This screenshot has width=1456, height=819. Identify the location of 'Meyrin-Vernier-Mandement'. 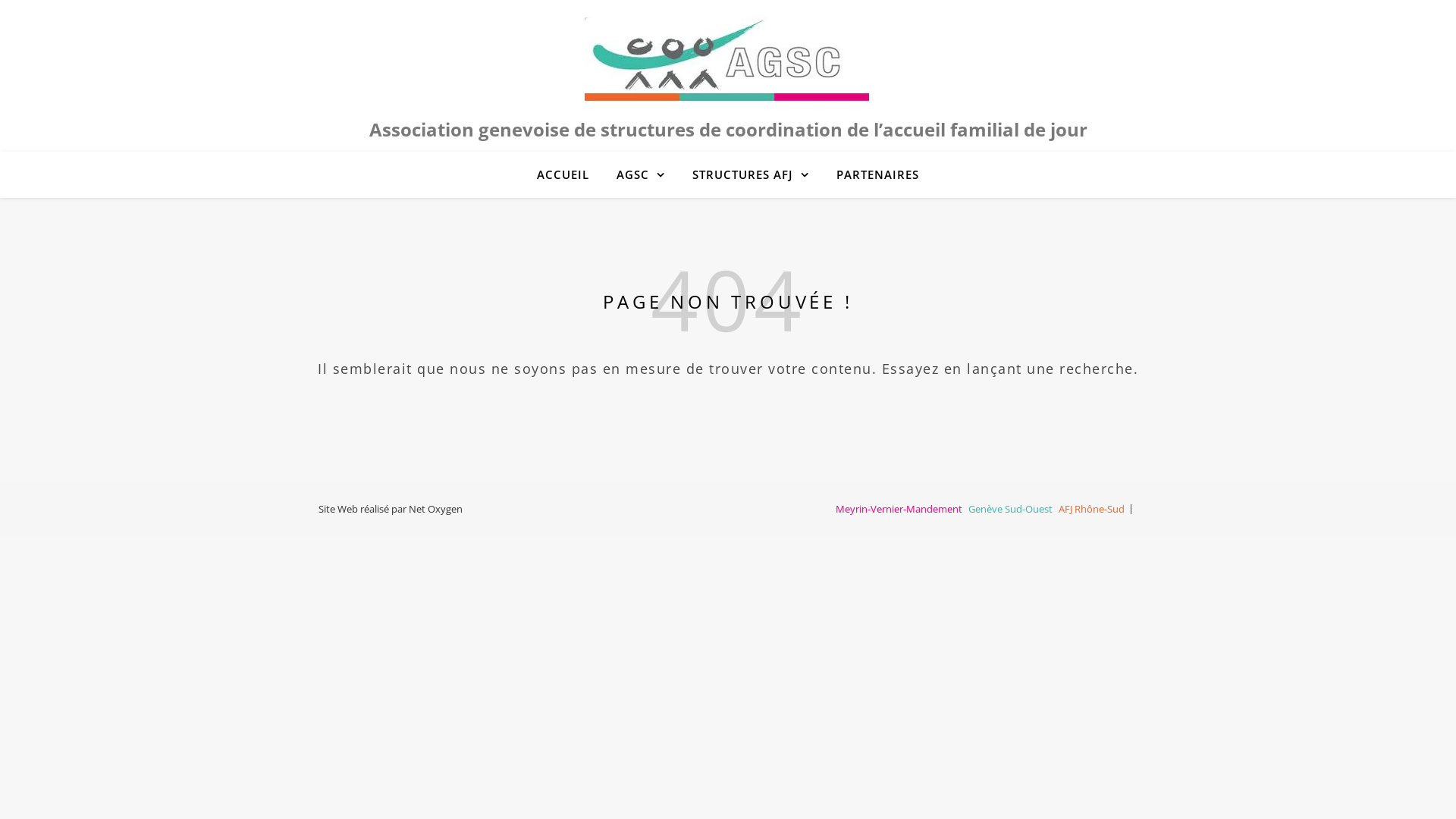
(835, 509).